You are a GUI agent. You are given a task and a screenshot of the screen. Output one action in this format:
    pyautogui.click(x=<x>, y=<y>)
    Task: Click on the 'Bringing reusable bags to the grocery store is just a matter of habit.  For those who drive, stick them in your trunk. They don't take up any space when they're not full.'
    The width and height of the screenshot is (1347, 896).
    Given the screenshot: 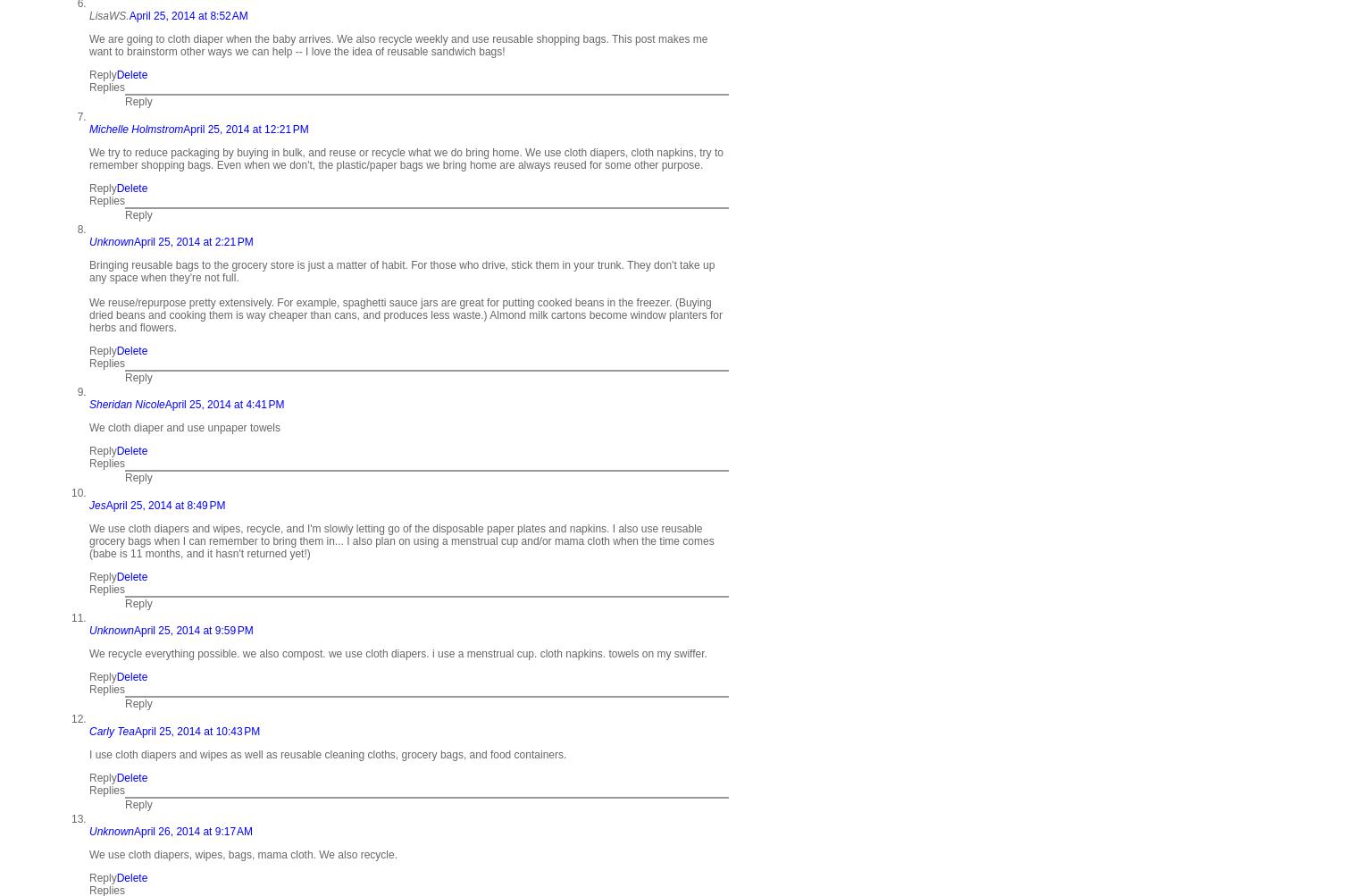 What is the action you would take?
    pyautogui.click(x=401, y=271)
    